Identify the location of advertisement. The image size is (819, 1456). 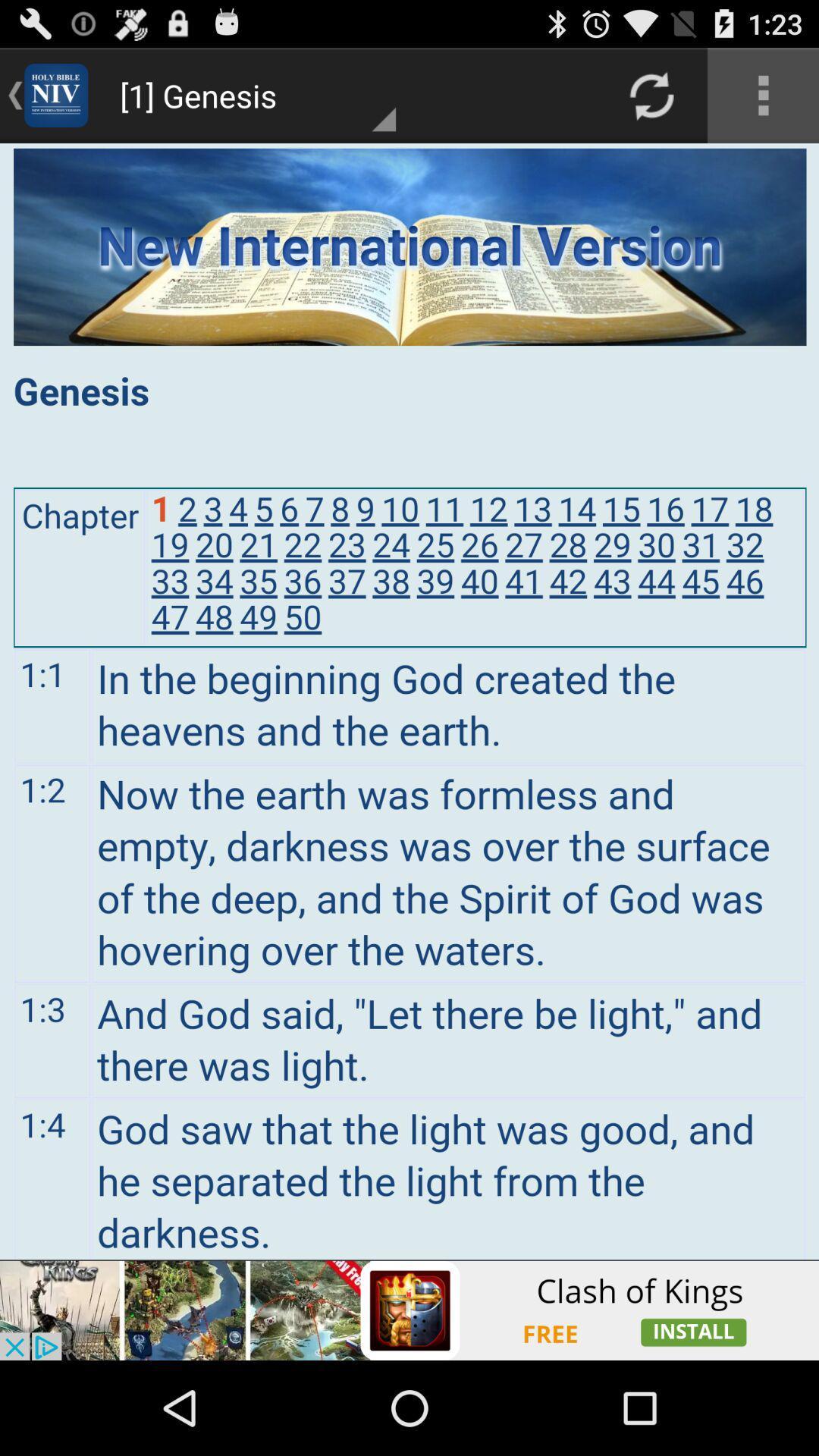
(409, 1310).